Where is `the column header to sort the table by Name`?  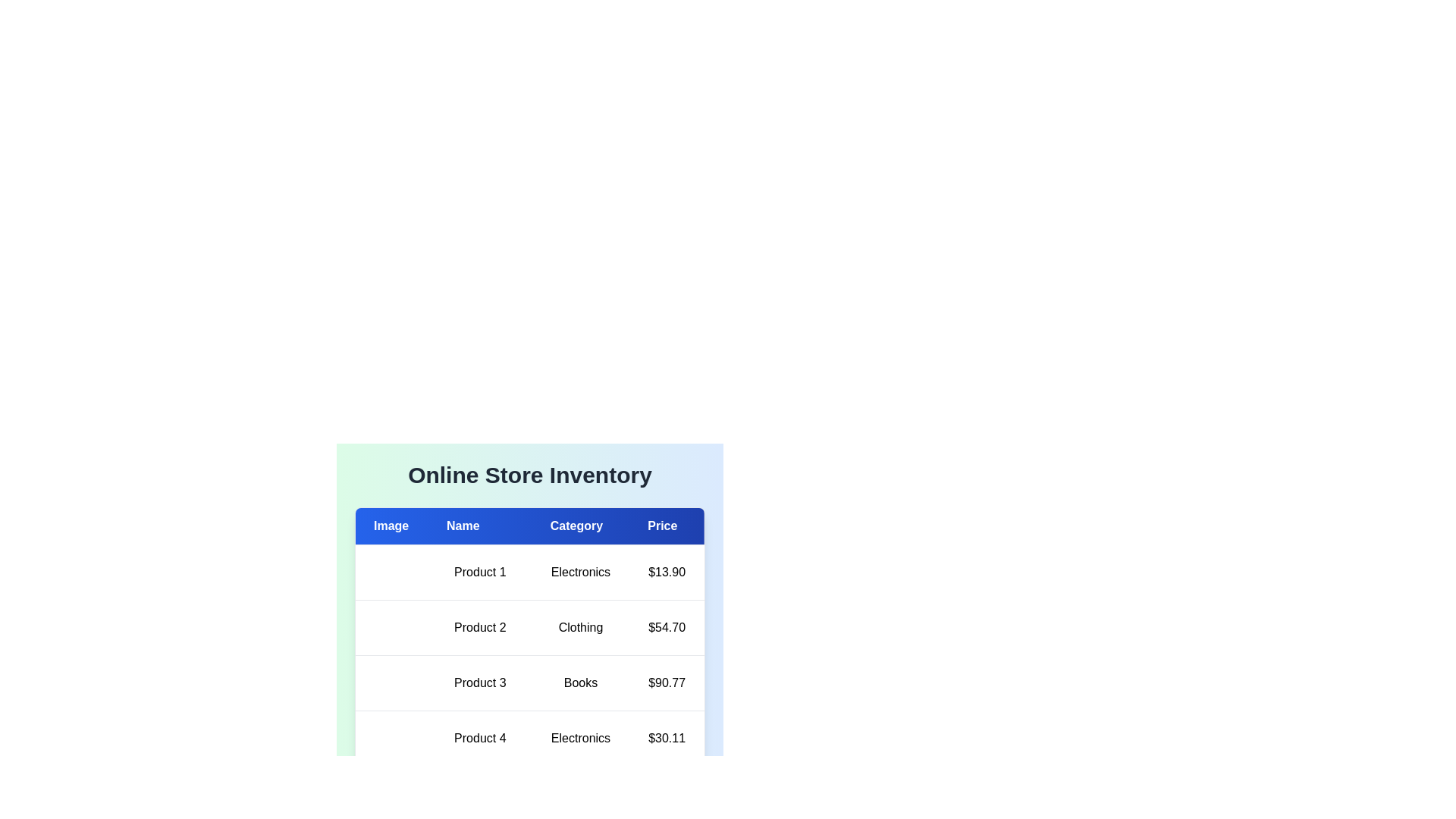 the column header to sort the table by Name is located at coordinates (479, 526).